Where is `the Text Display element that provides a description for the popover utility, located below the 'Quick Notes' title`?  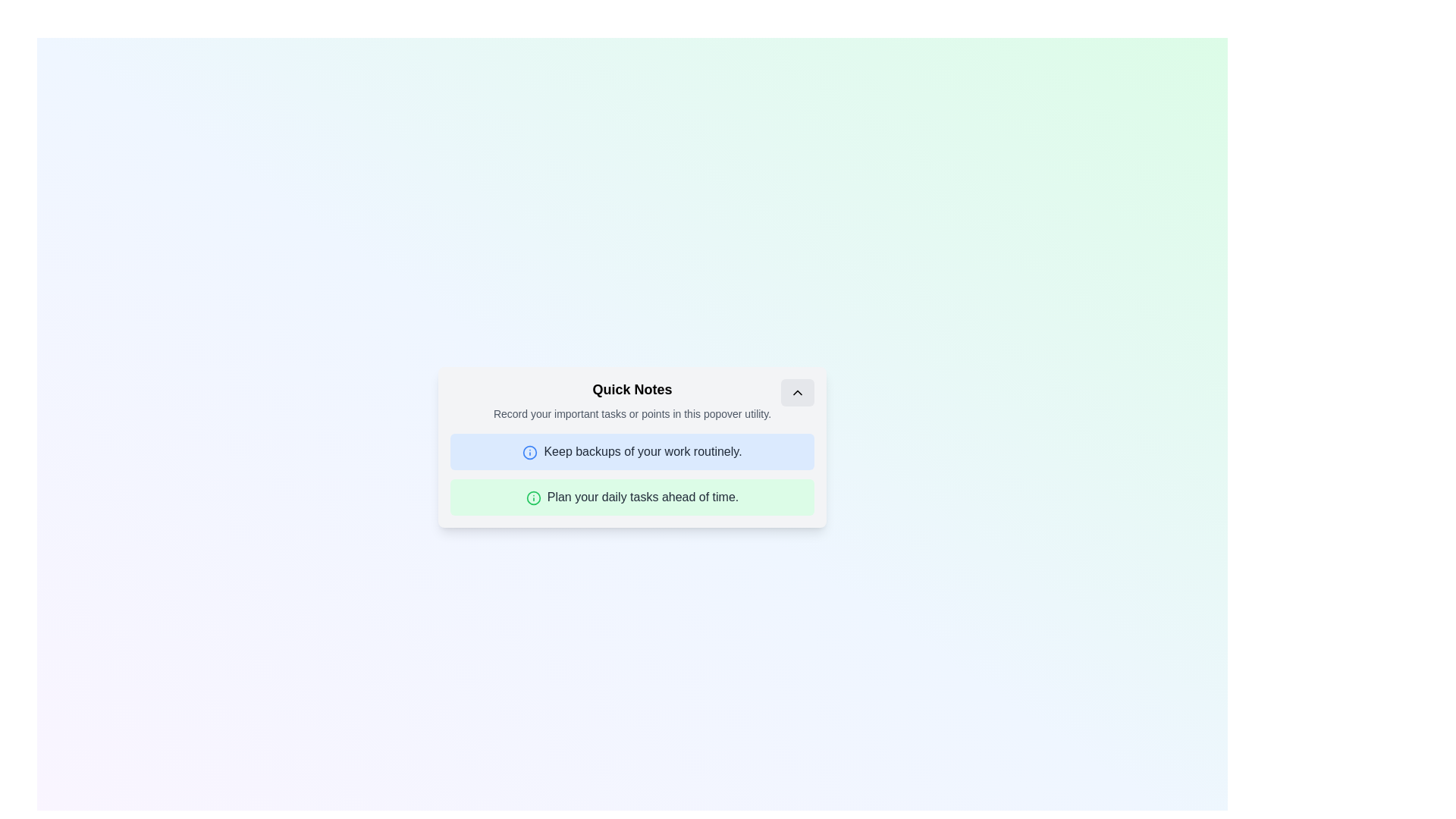 the Text Display element that provides a description for the popover utility, located below the 'Quick Notes' title is located at coordinates (632, 414).